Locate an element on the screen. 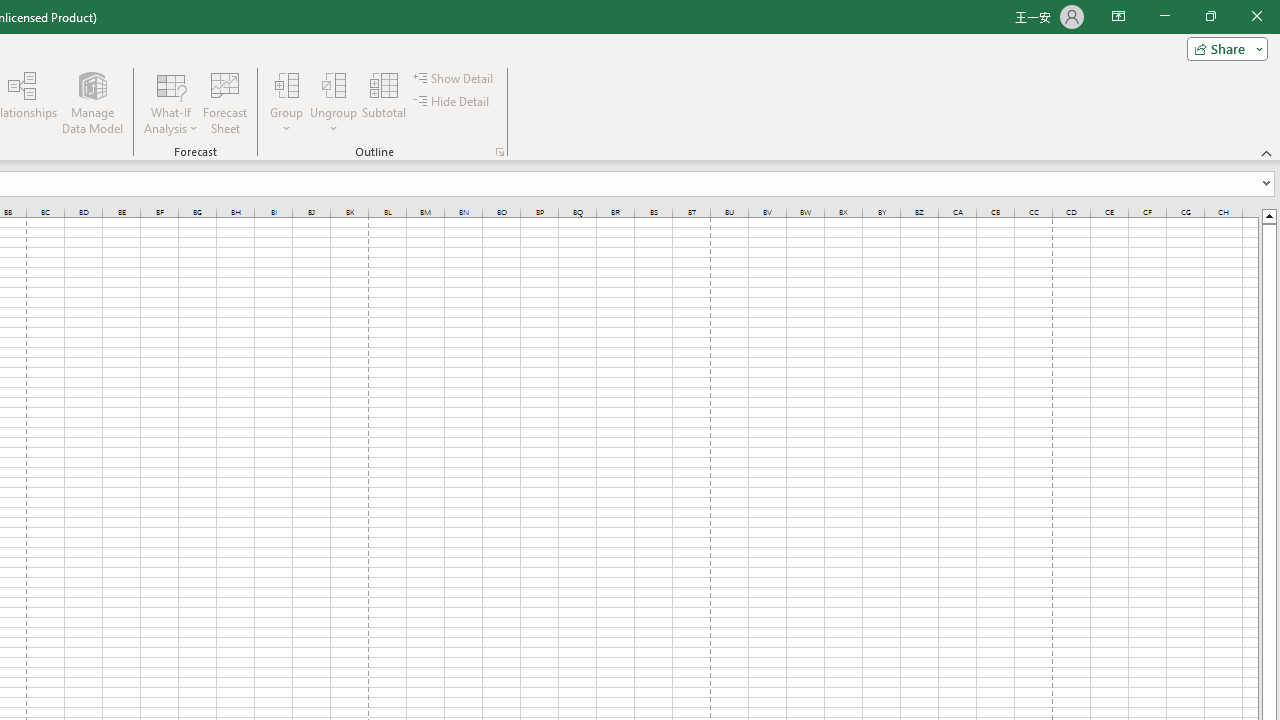  'Line up' is located at coordinates (1268, 215).